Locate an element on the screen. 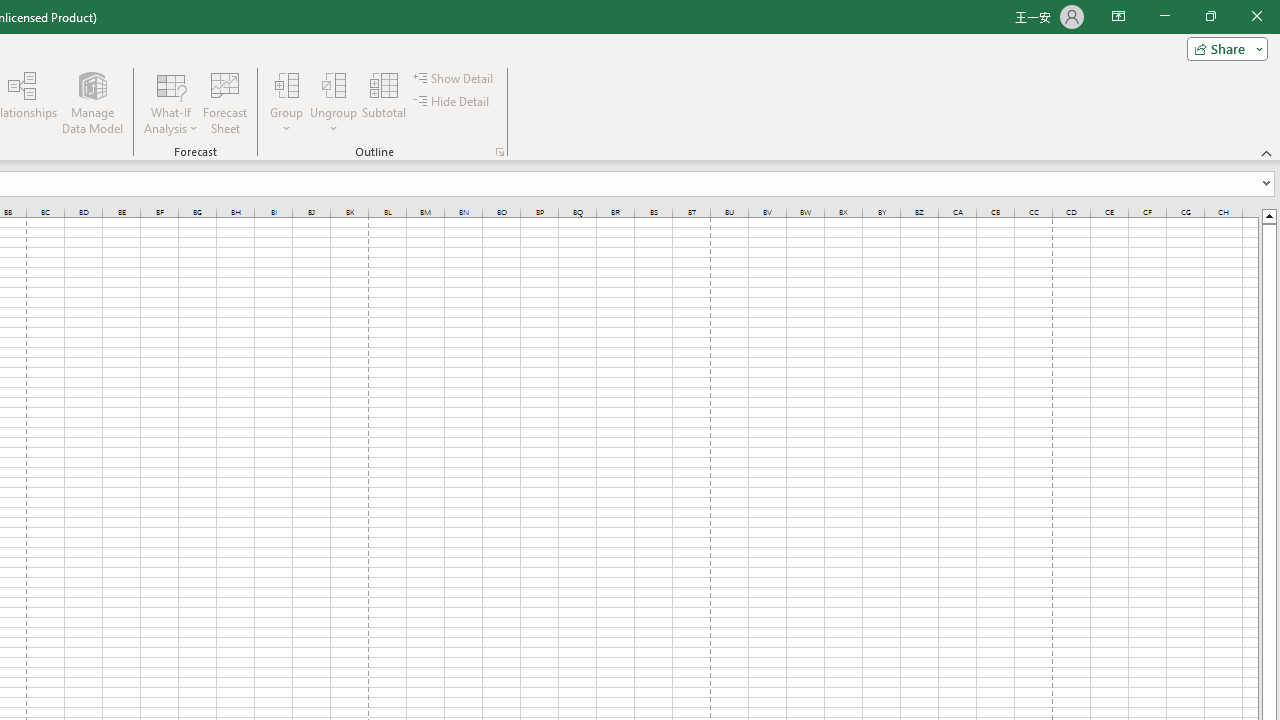  'Line up' is located at coordinates (1268, 215).